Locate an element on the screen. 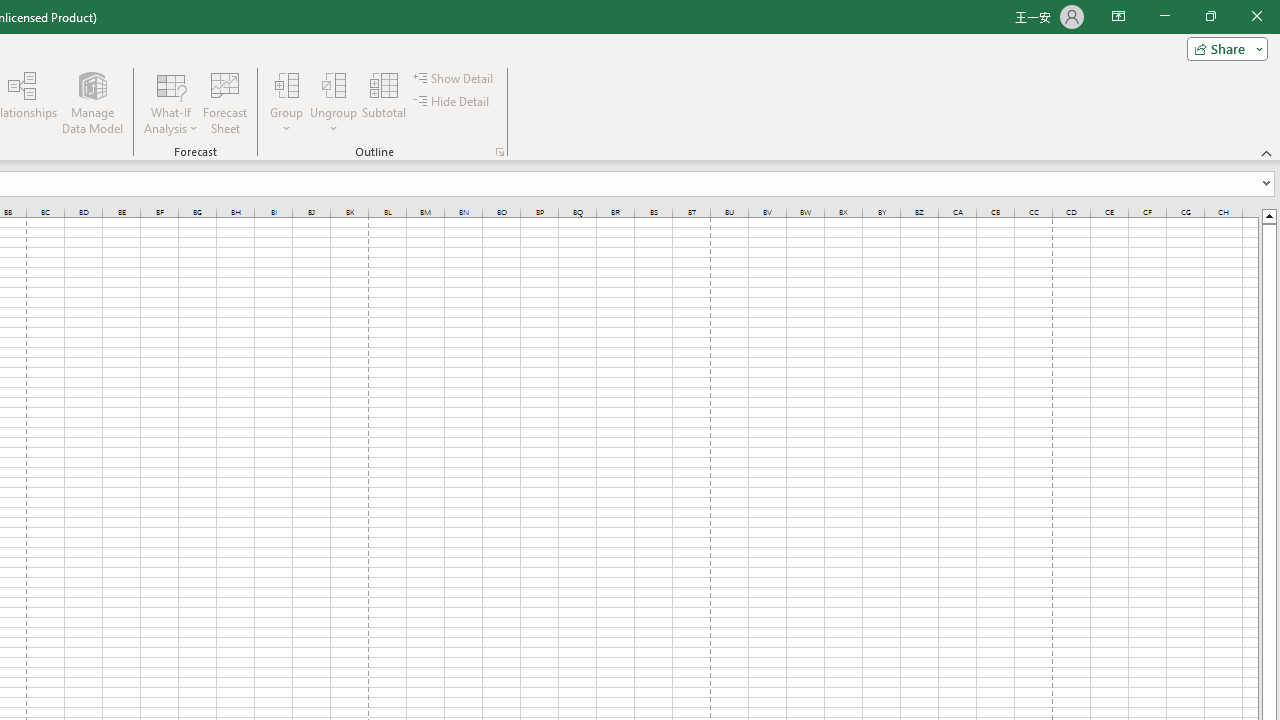  'Line up' is located at coordinates (1268, 215).